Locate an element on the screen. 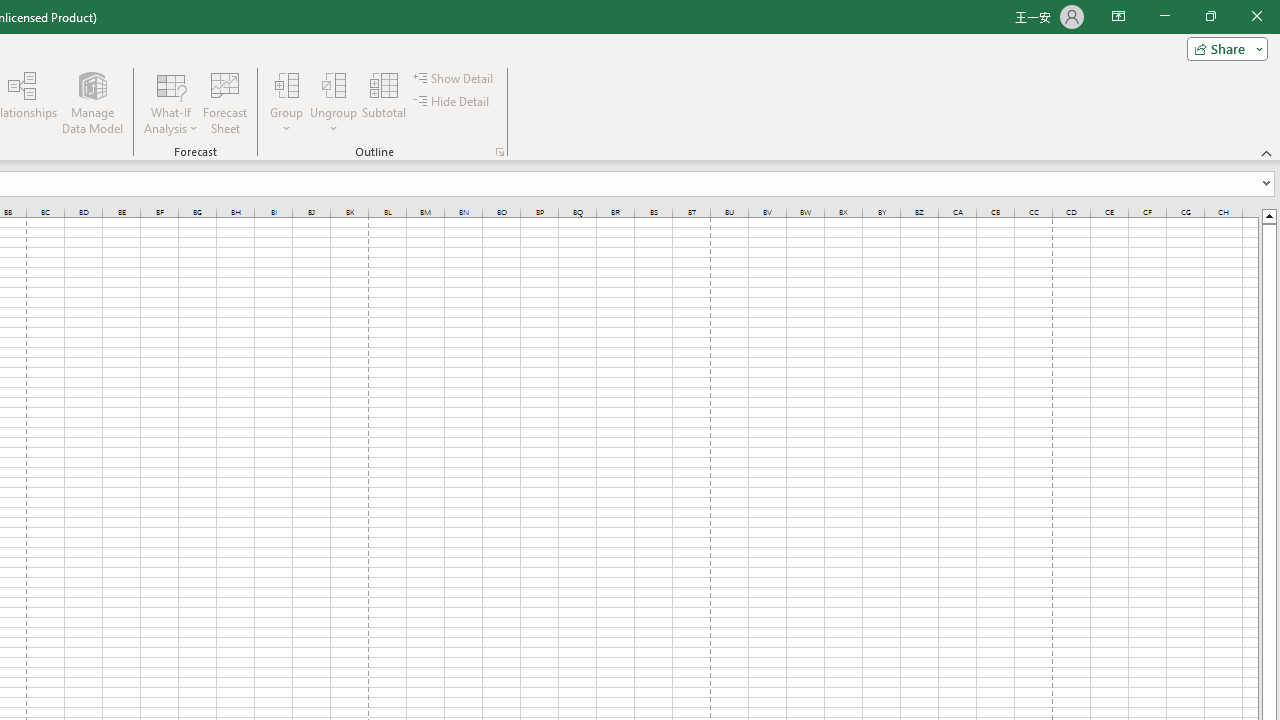  'Line up' is located at coordinates (1268, 215).